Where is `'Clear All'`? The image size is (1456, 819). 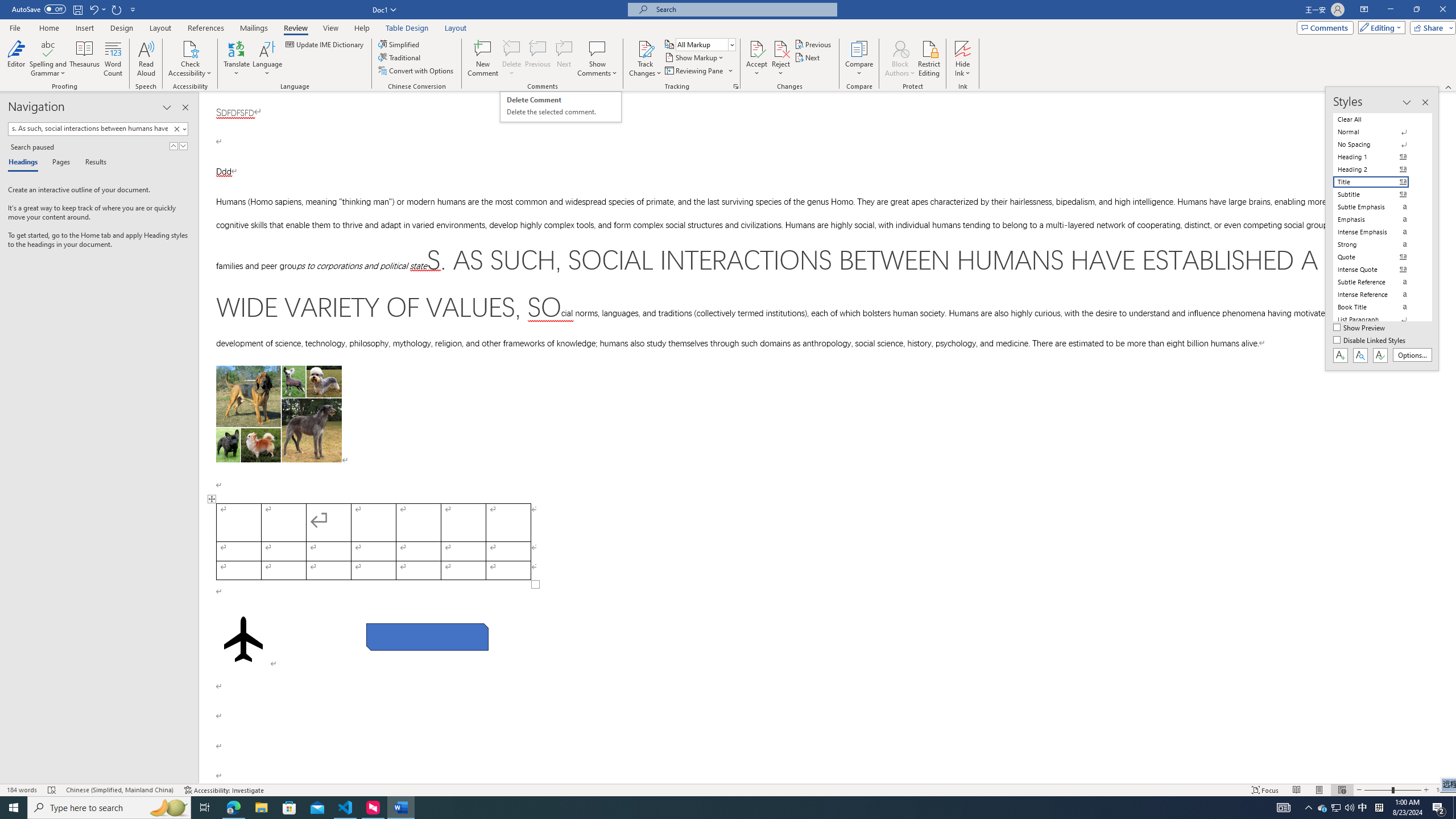 'Clear All' is located at coordinates (1378, 118).